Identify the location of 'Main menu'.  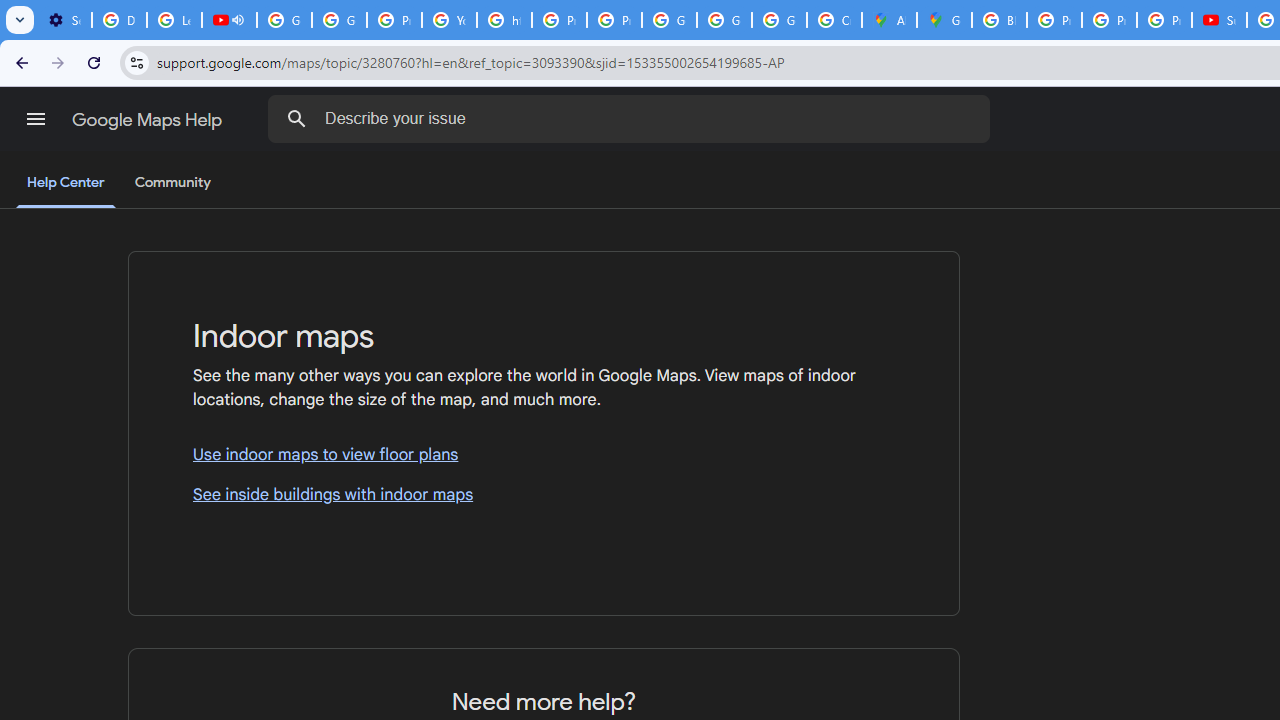
(35, 119).